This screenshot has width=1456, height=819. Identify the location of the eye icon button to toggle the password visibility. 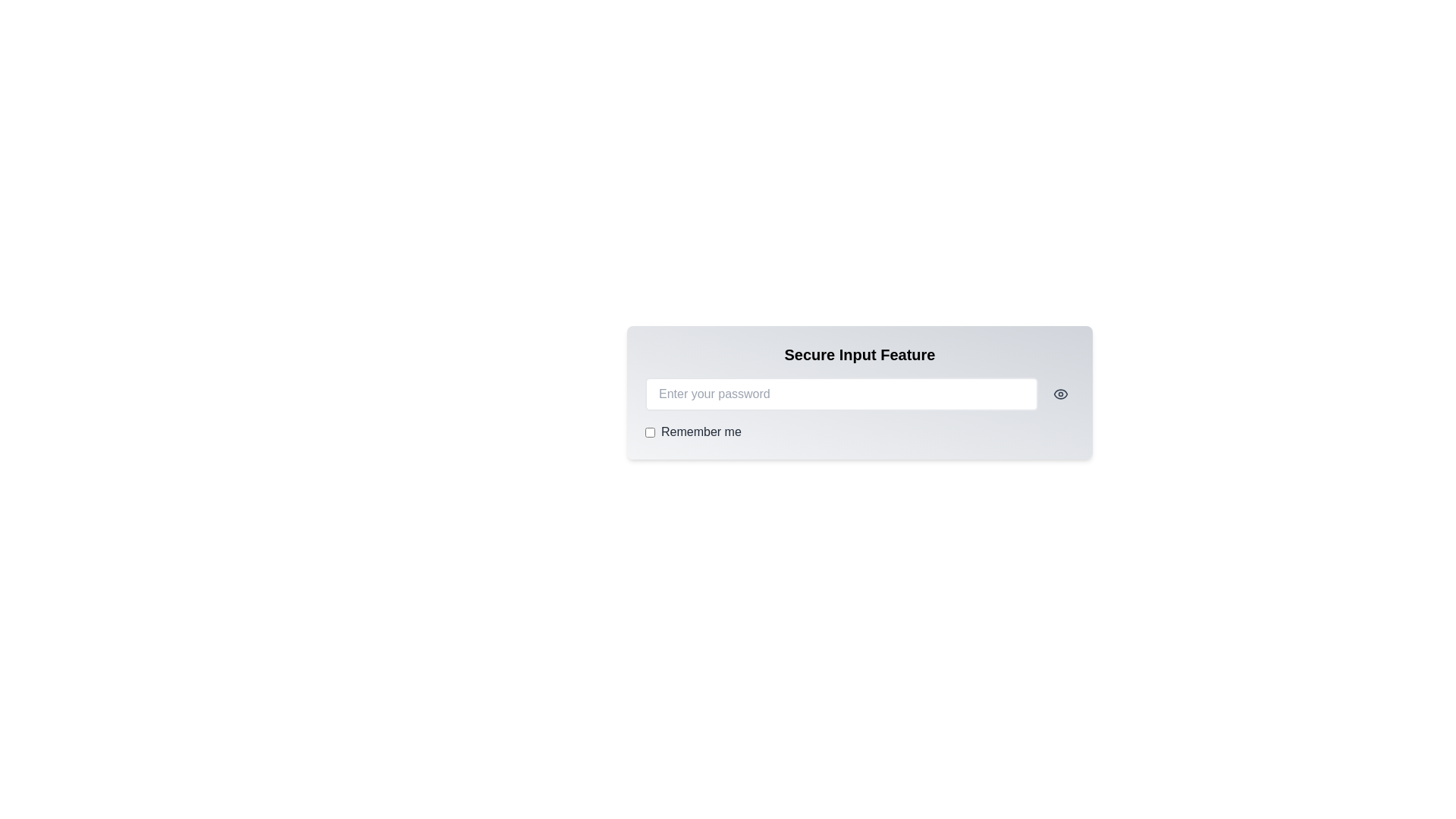
(1059, 394).